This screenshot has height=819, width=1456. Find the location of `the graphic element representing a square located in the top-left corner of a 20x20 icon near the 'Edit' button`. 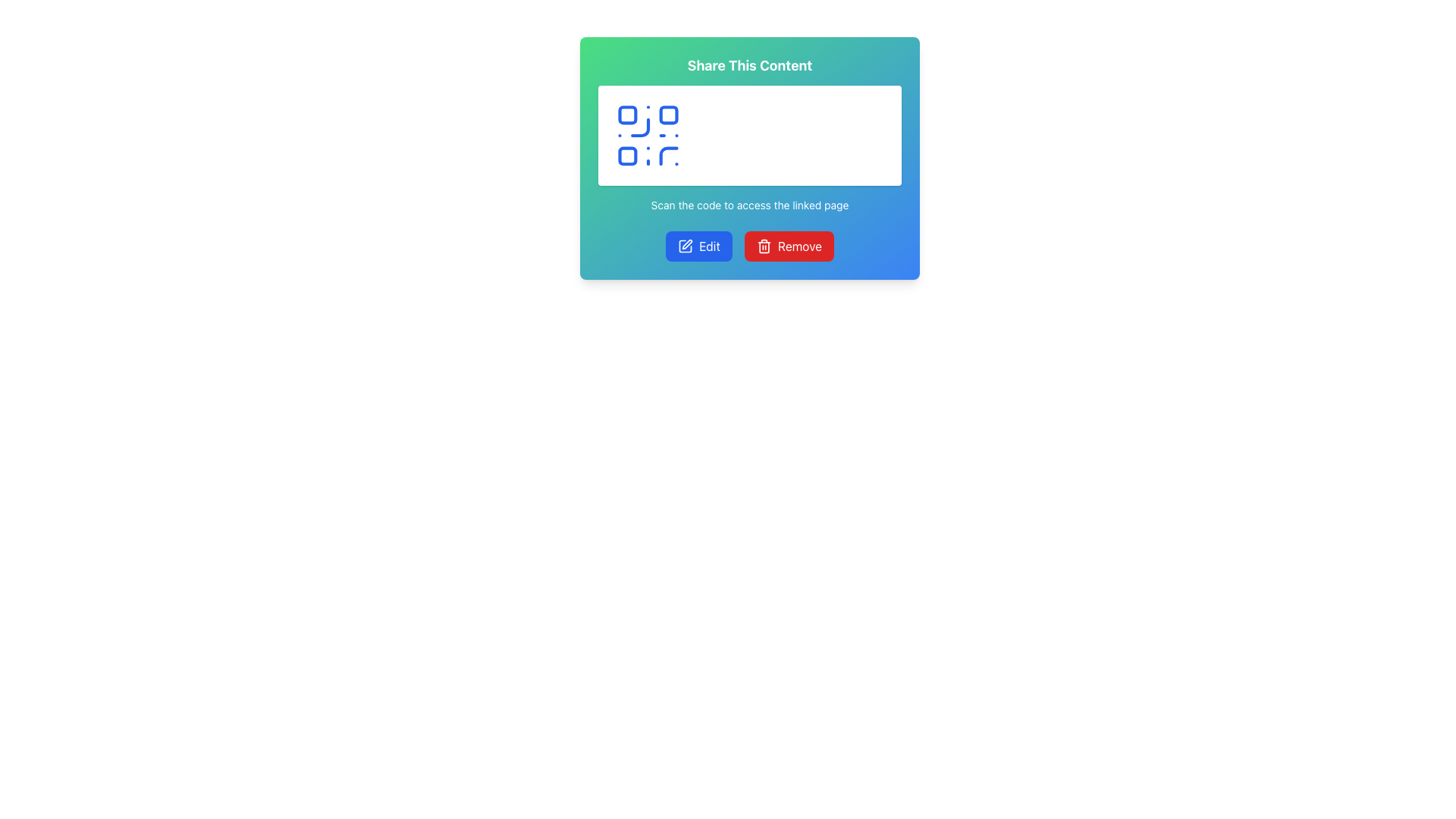

the graphic element representing a square located in the top-left corner of a 20x20 icon near the 'Edit' button is located at coordinates (684, 245).